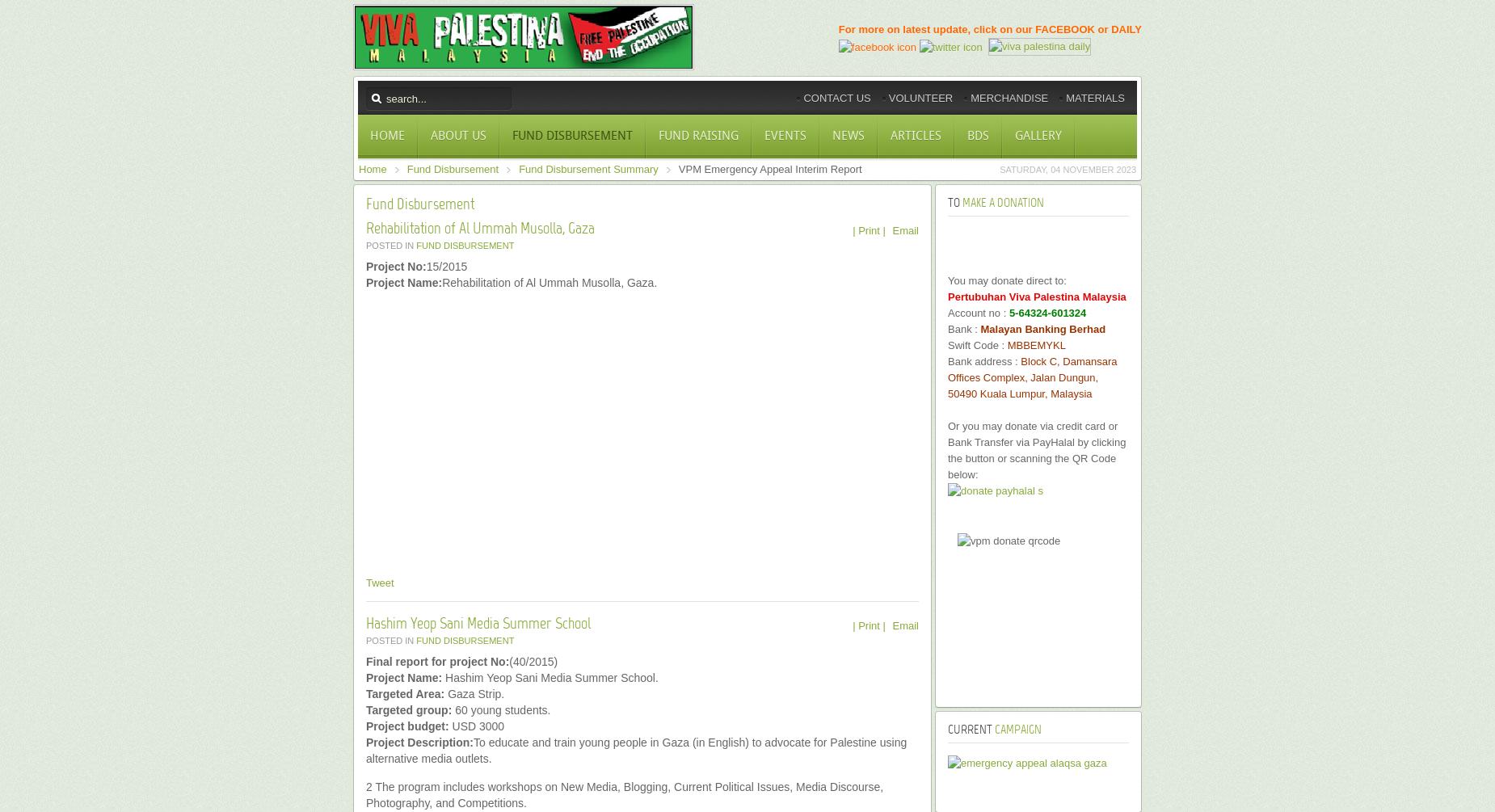 The width and height of the screenshot is (1495, 812). Describe the element at coordinates (508, 661) in the screenshot. I see `'(40/2015)'` at that location.